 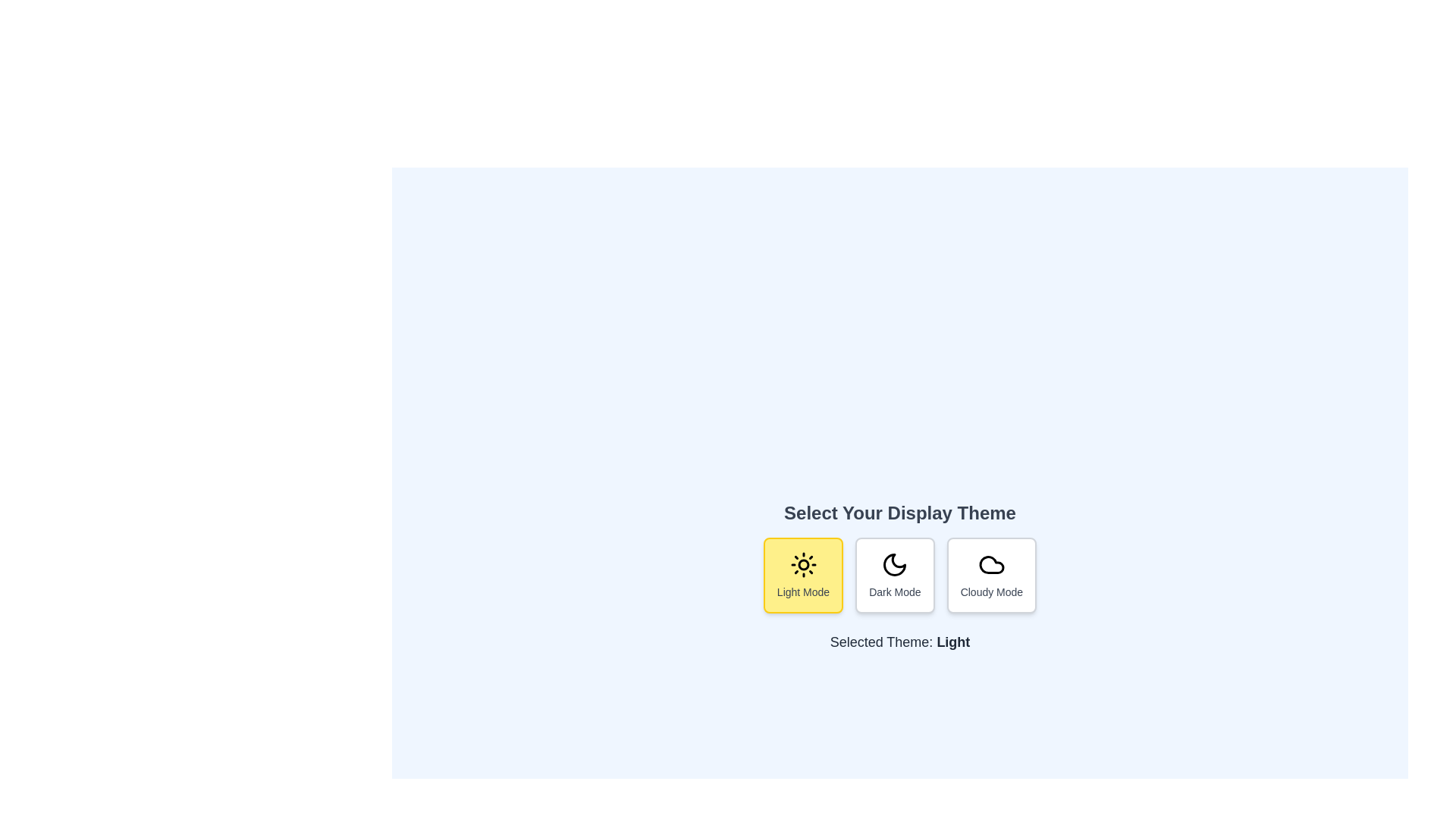 What do you see at coordinates (895, 576) in the screenshot?
I see `the button corresponding to Dark Mode mode` at bounding box center [895, 576].